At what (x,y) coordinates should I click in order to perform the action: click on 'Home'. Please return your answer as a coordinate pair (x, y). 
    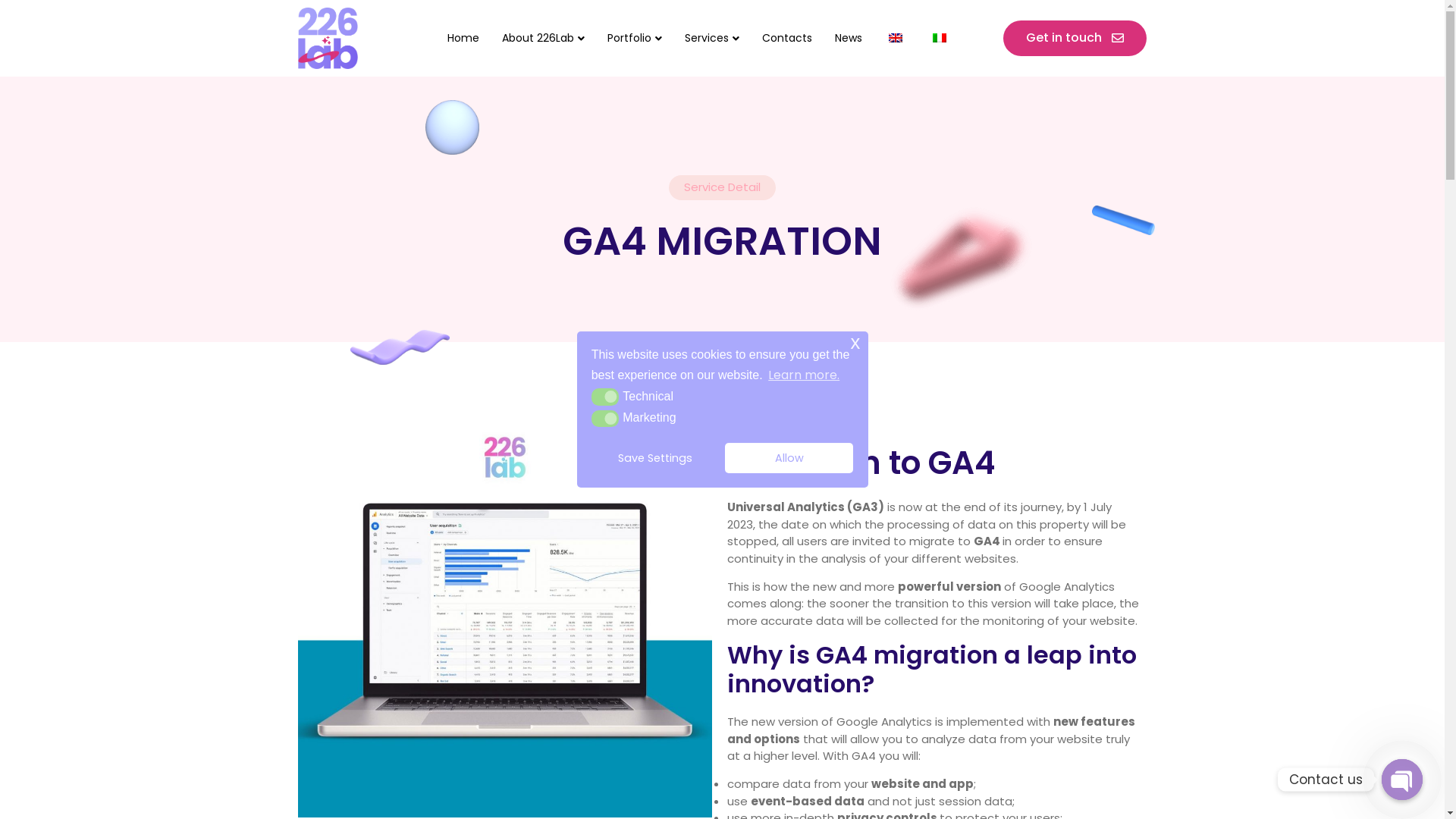
    Looking at the image, I should click on (462, 37).